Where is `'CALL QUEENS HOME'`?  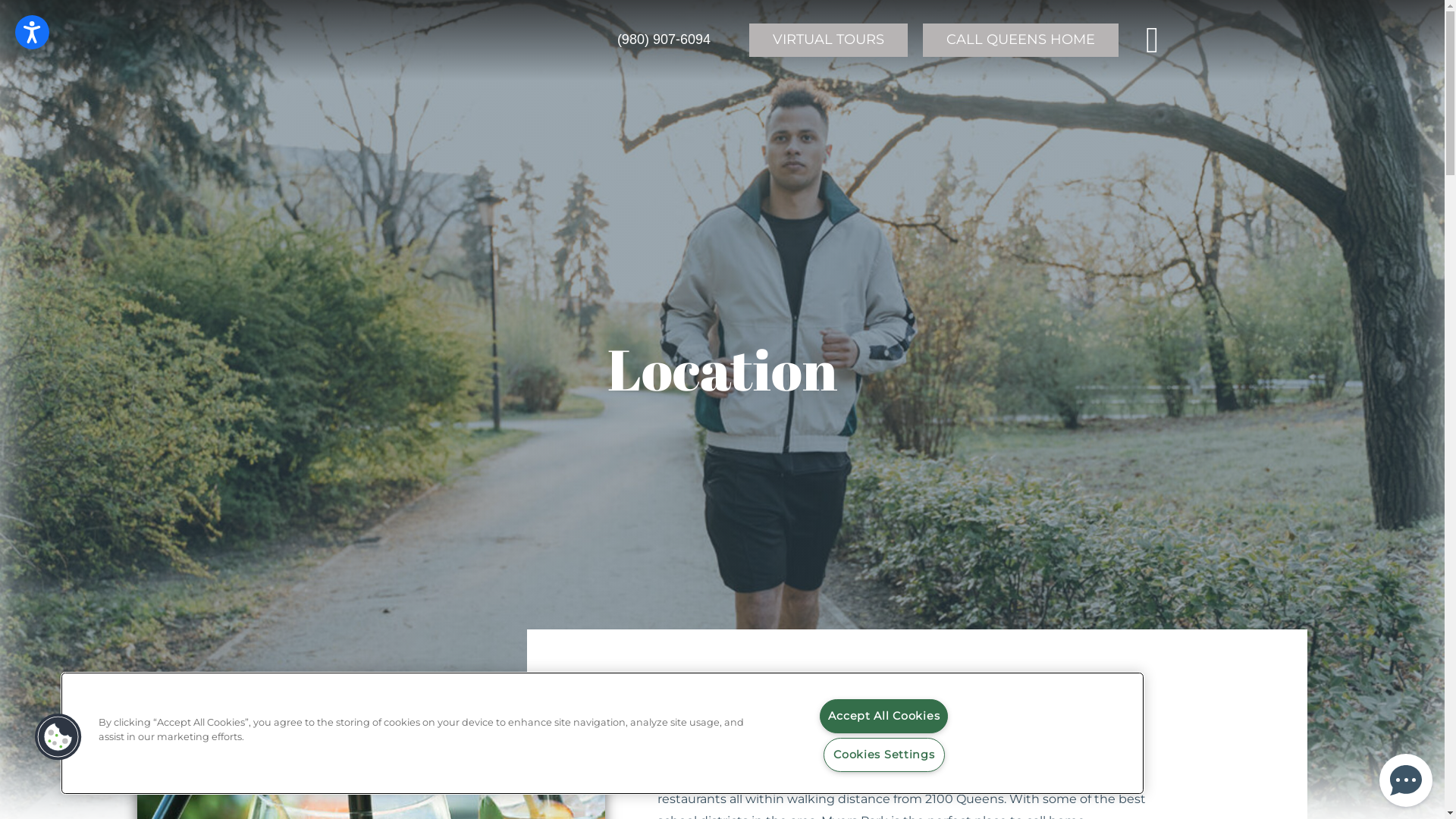 'CALL QUEENS HOME' is located at coordinates (922, 39).